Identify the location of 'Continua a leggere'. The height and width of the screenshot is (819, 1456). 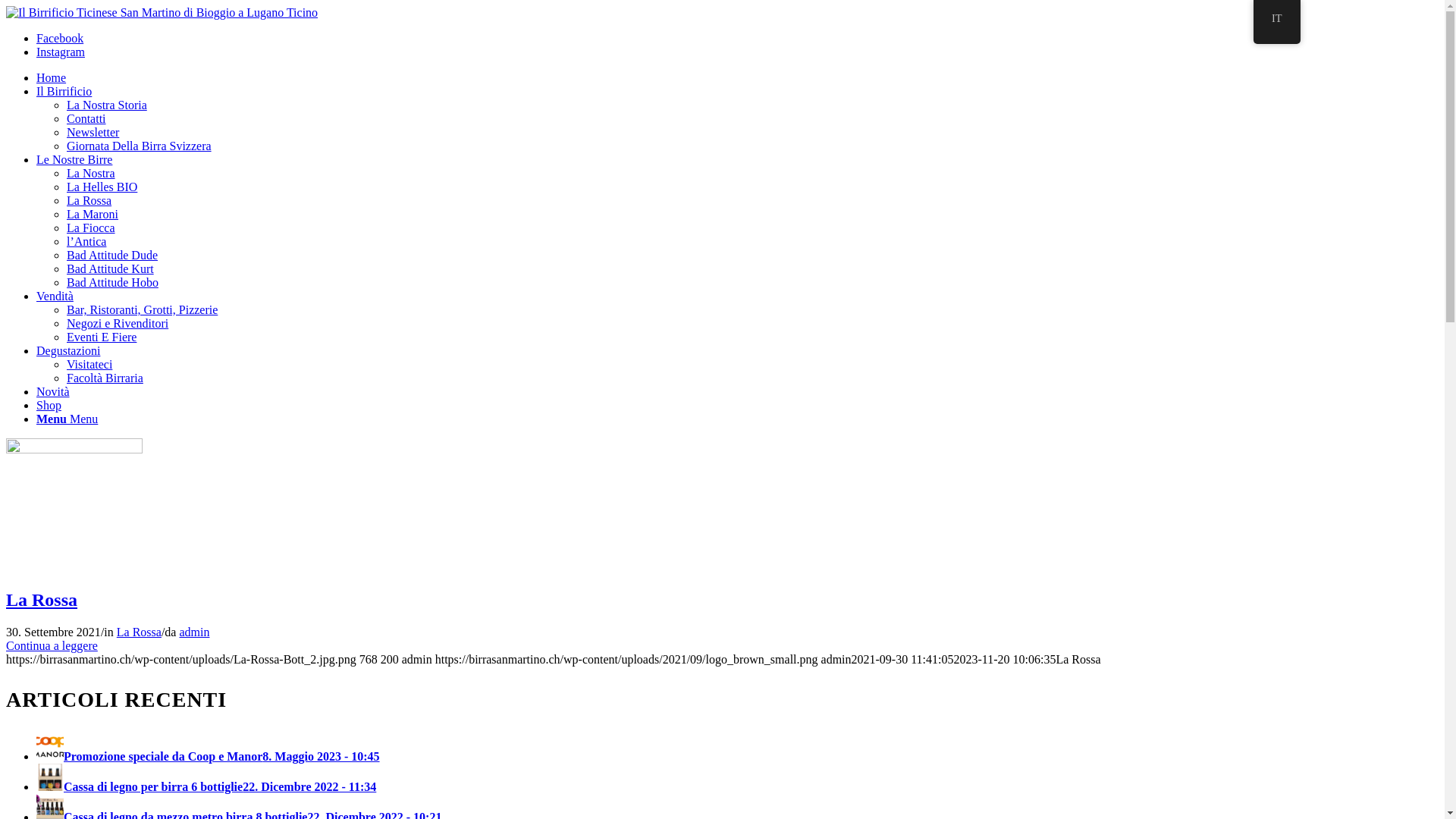
(52, 645).